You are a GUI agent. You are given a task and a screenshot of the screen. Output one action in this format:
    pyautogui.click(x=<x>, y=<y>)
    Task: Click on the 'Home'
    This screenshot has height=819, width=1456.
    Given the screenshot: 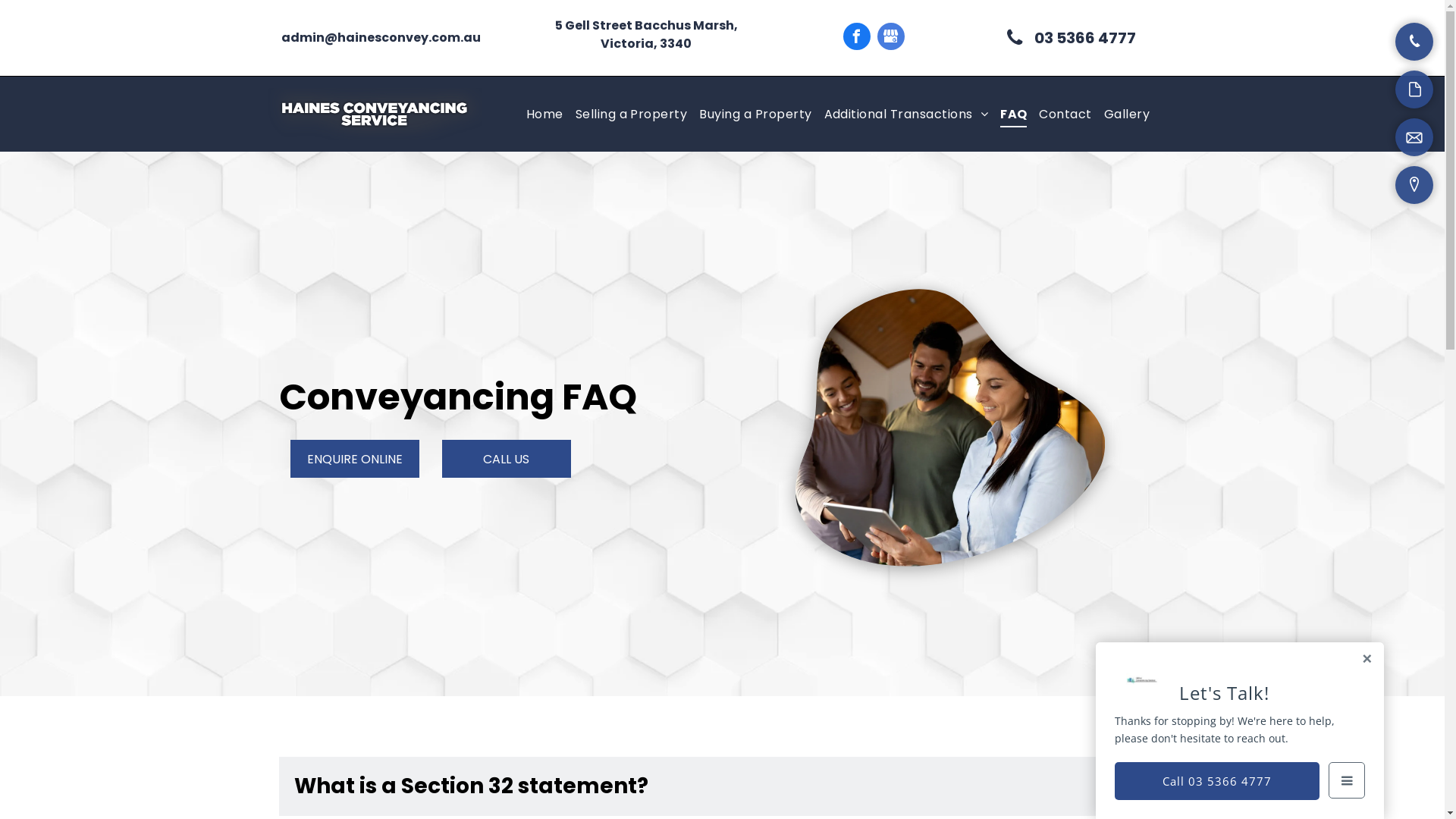 What is the action you would take?
    pyautogui.click(x=544, y=113)
    